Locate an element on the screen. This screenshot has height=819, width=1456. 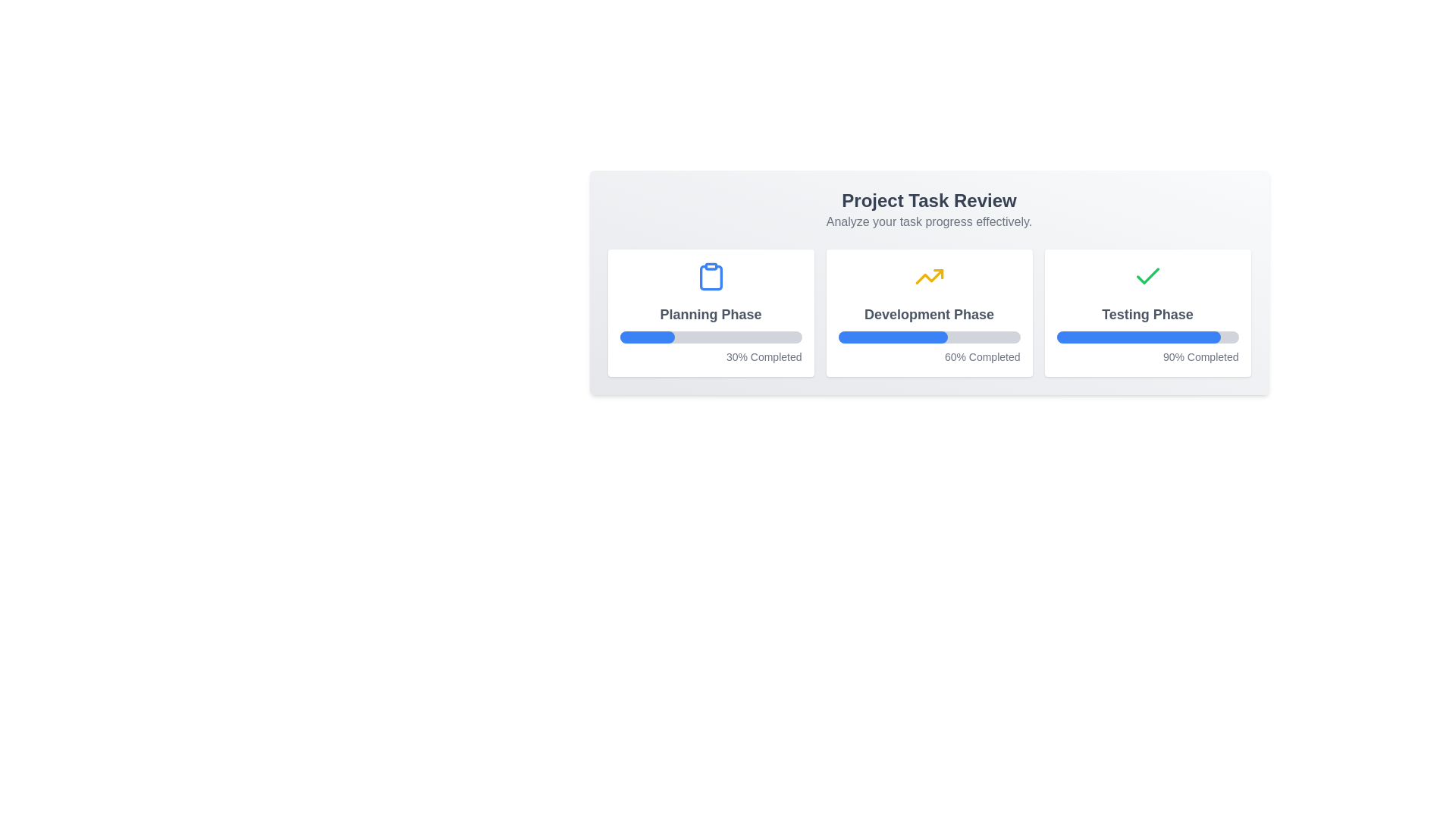
text displayed in the 'Testing Phase' section of the rightmost card in the project task review process is located at coordinates (1147, 314).